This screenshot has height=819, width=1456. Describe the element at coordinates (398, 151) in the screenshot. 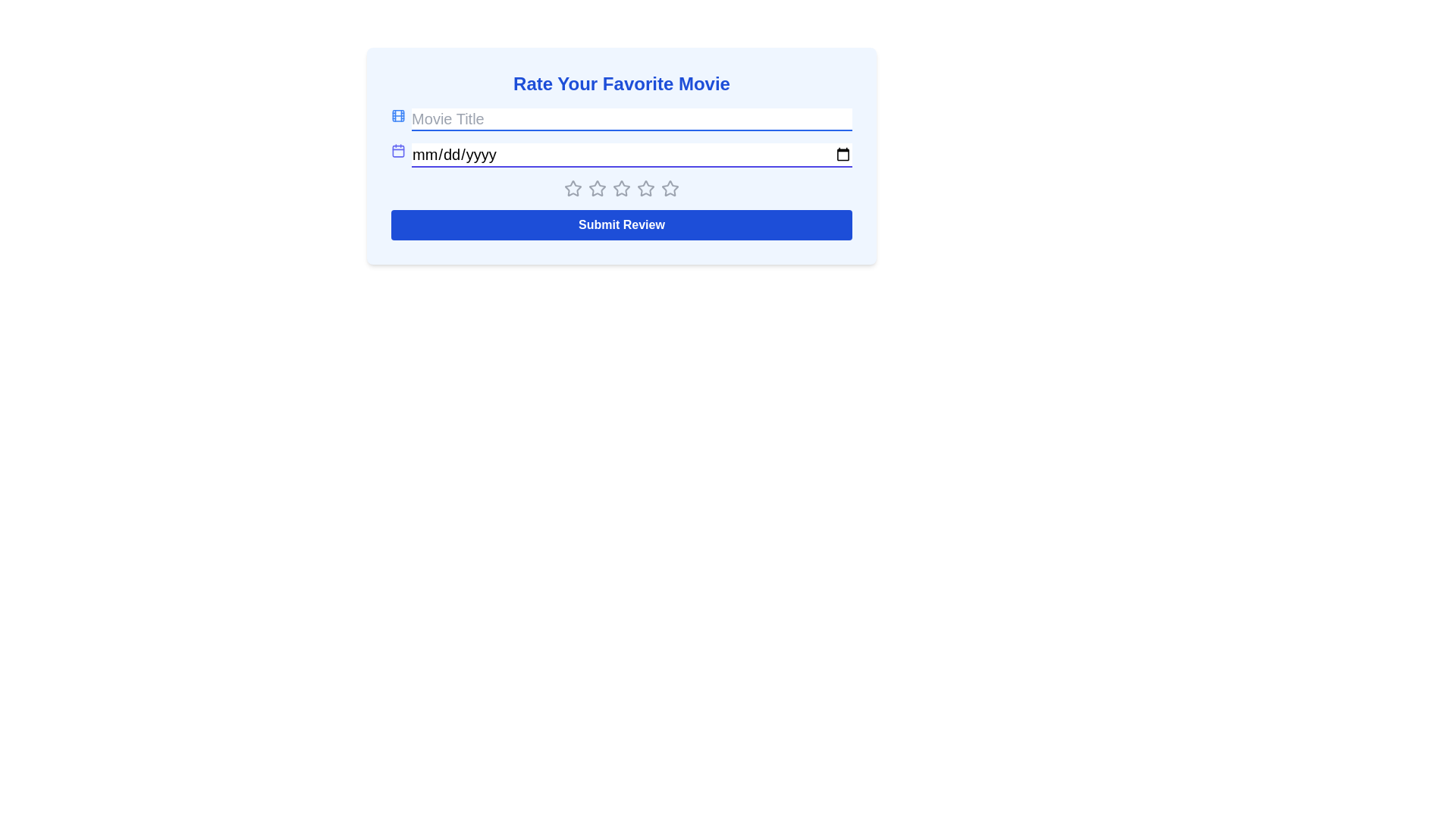

I see `the icon next to the release date input field` at that location.